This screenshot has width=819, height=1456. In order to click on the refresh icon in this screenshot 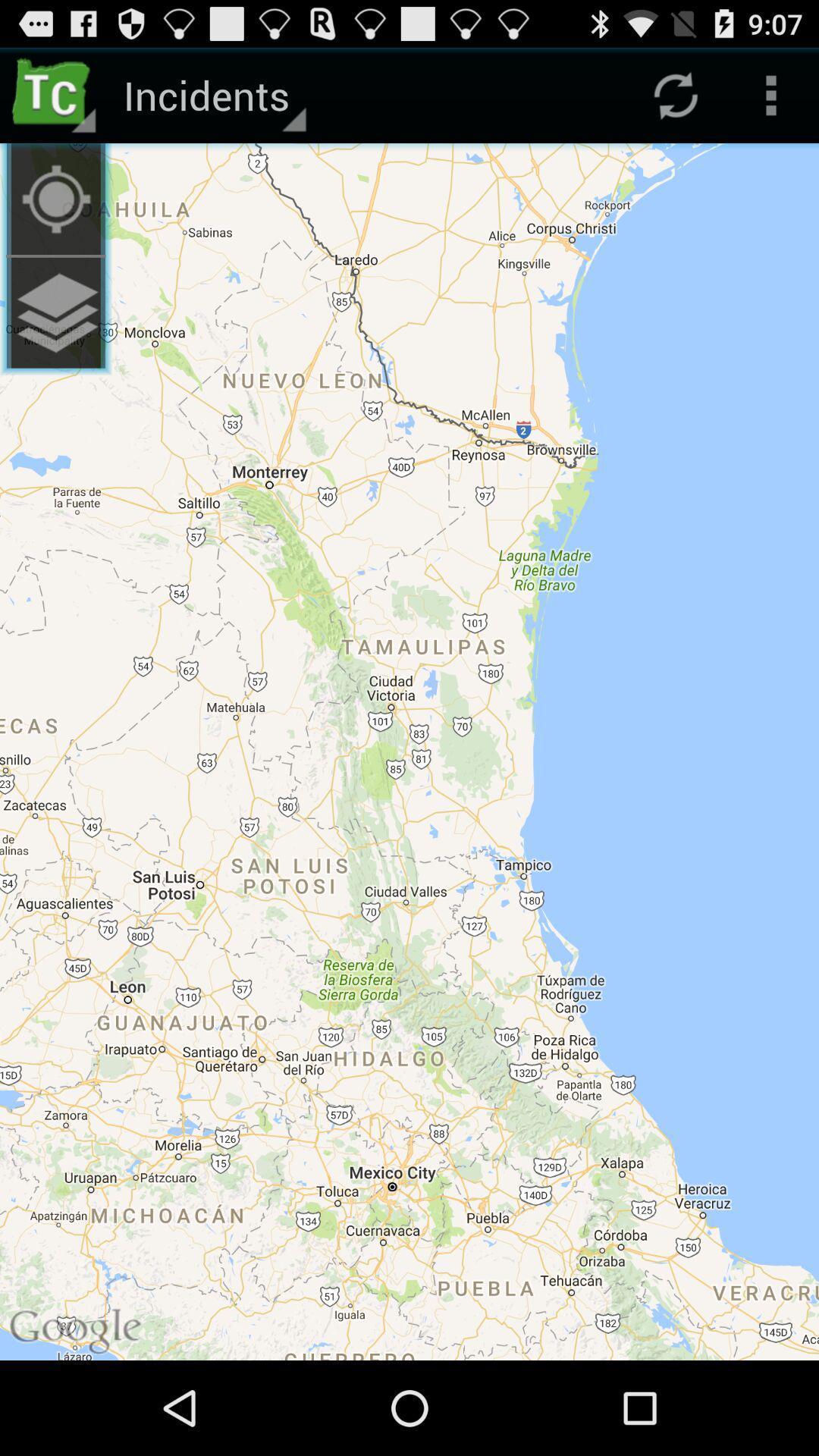, I will do `click(675, 101)`.